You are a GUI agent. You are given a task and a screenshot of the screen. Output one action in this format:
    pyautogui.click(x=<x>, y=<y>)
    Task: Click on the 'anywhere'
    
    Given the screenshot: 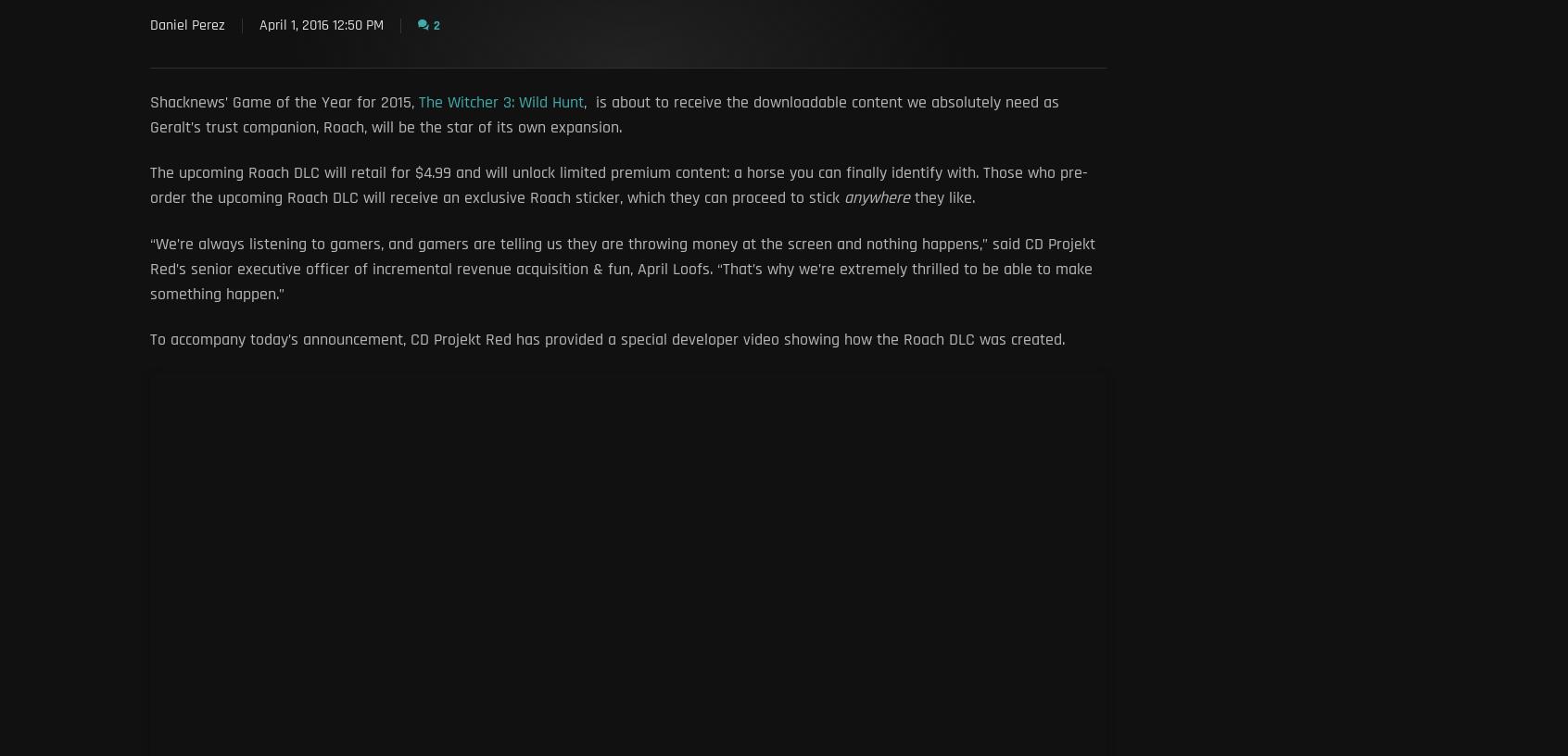 What is the action you would take?
    pyautogui.click(x=879, y=196)
    